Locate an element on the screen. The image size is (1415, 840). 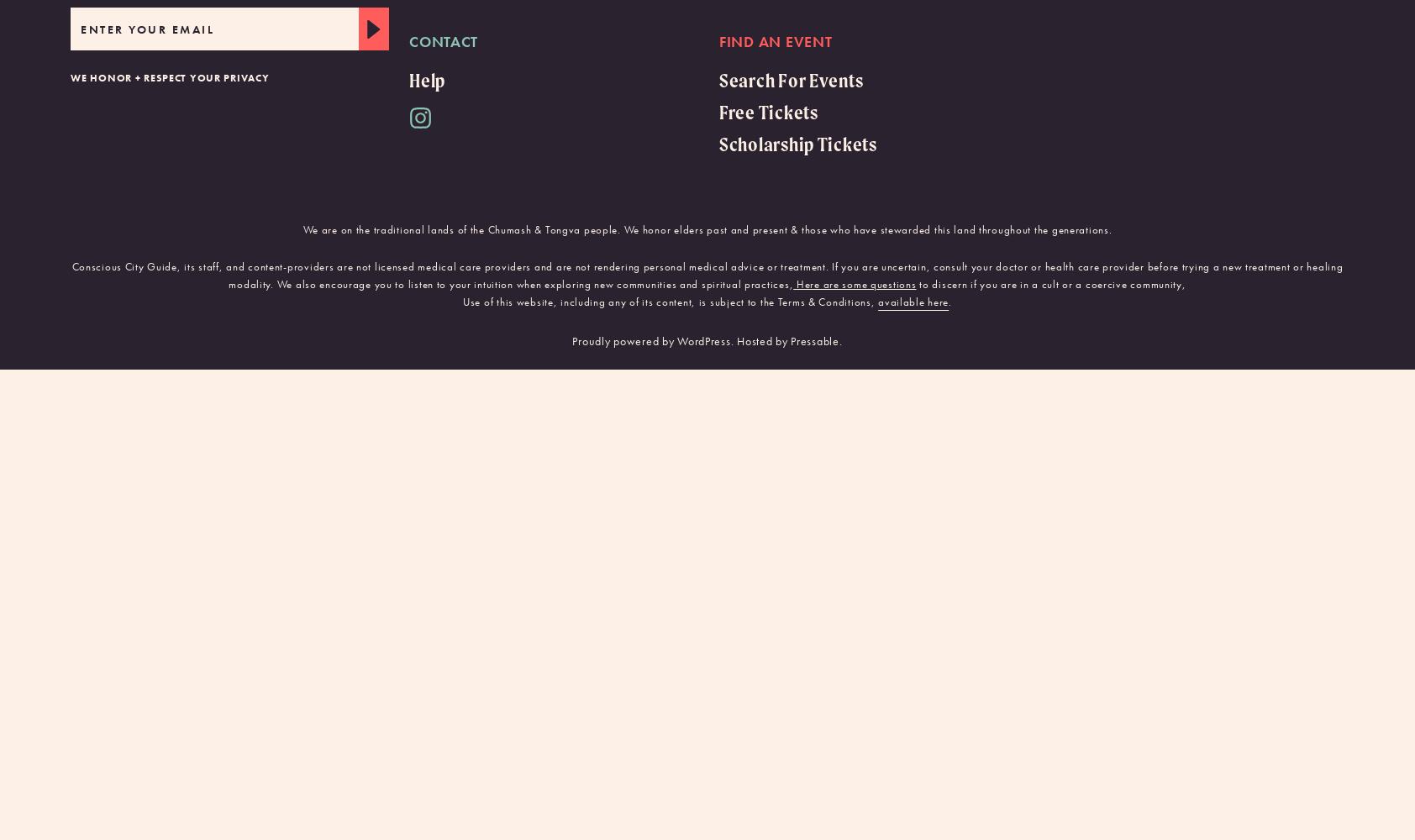
'Search For Events' is located at coordinates (718, 79).